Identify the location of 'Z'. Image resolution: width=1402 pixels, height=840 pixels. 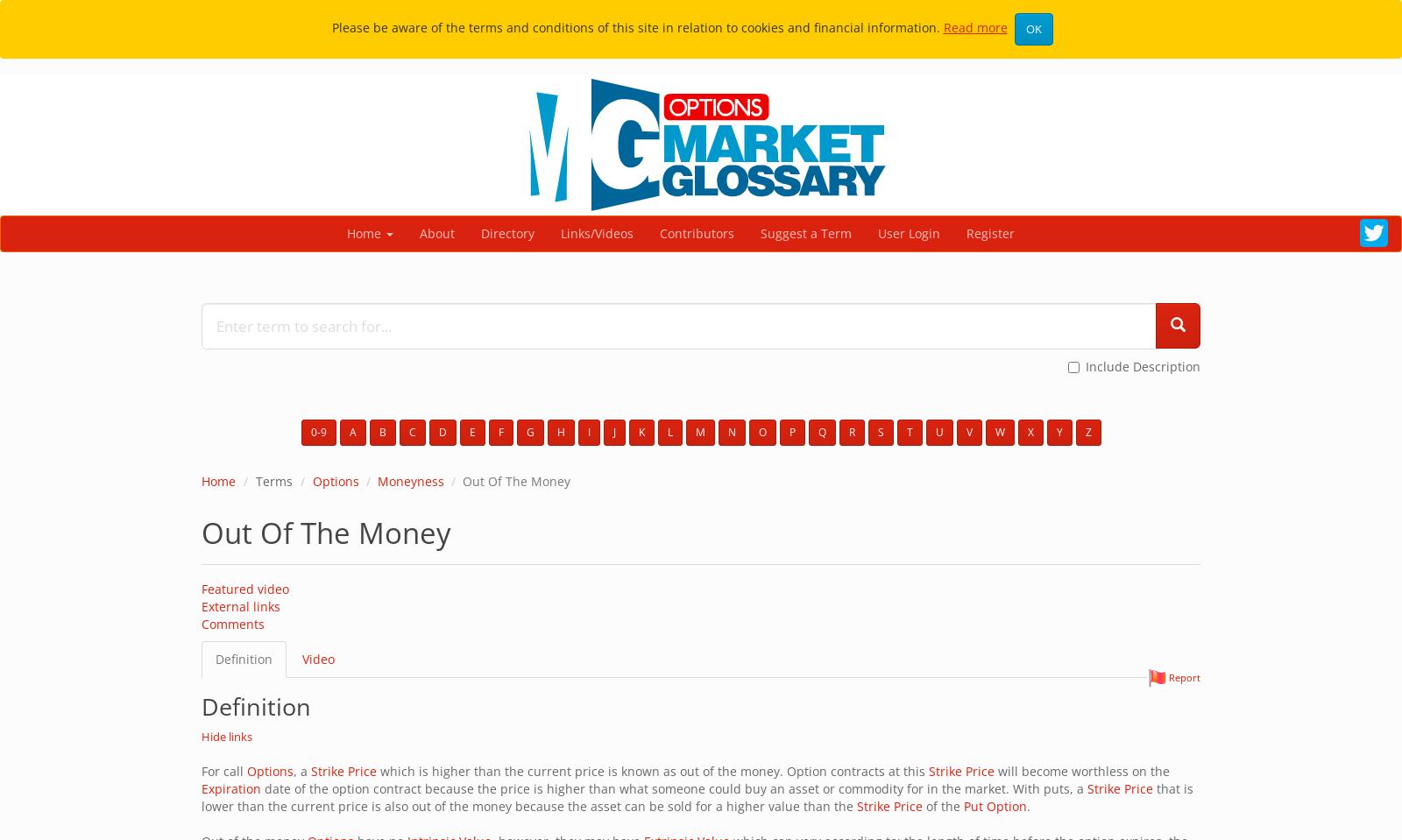
(1087, 431).